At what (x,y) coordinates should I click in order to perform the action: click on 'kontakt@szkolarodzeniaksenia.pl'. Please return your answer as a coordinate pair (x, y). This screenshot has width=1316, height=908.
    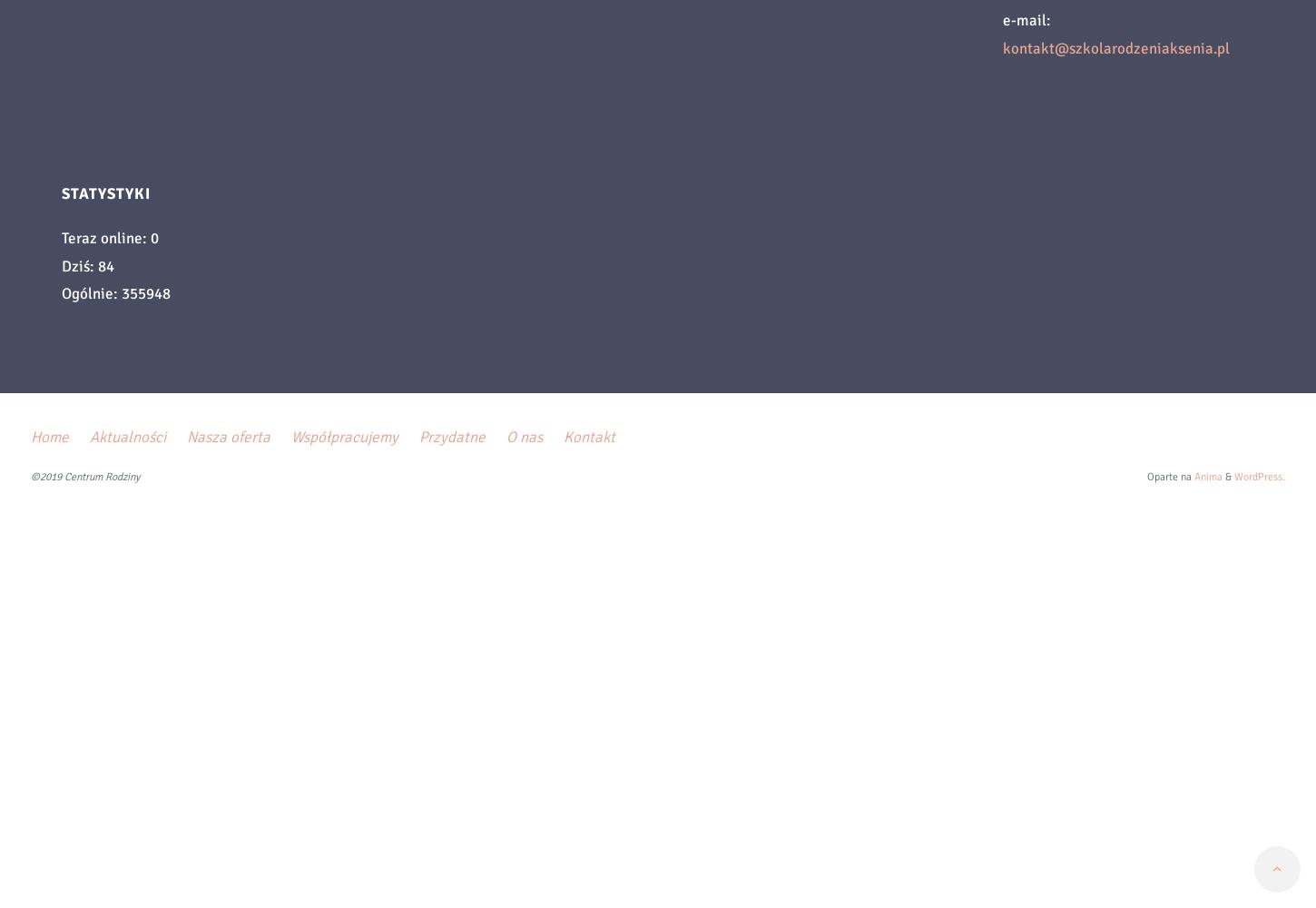
    Looking at the image, I should click on (1115, 48).